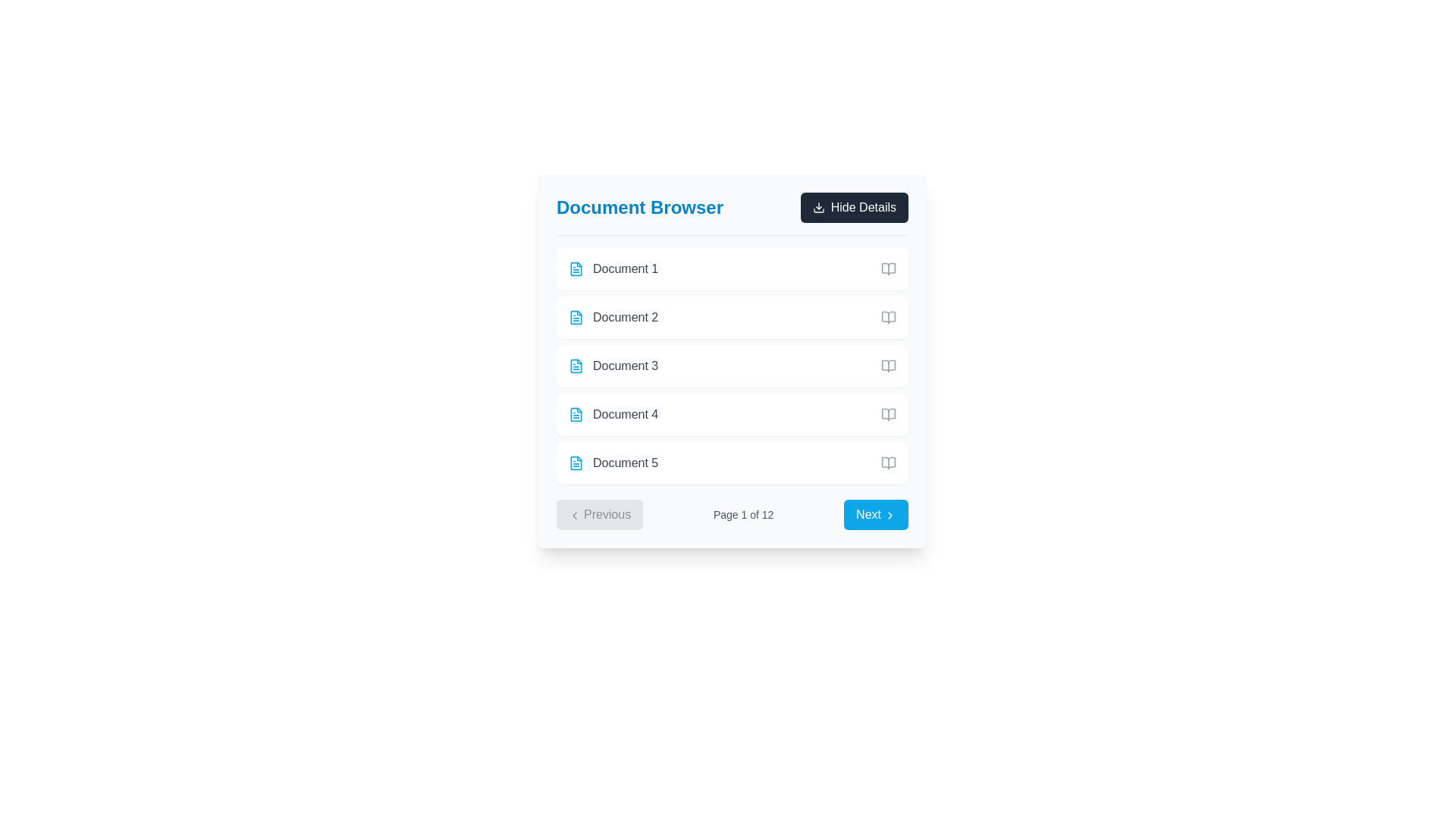 Image resolution: width=1456 pixels, height=819 pixels. Describe the element at coordinates (575, 462) in the screenshot. I see `the document icon representing the fifth item in the vertically arranged document list, located between 'Document 4' and the navigation controls` at that location.